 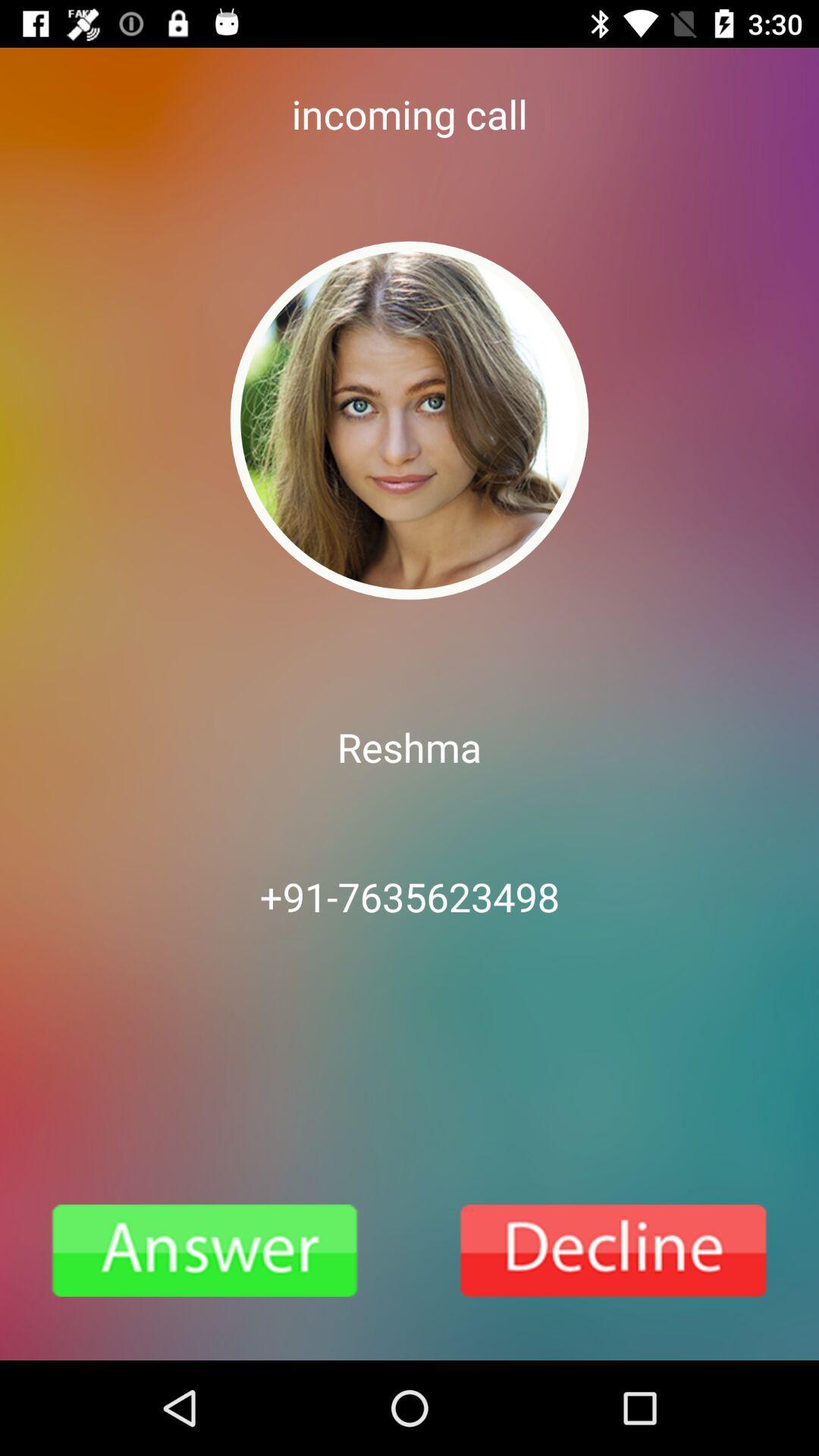 I want to click on icon below +91-7635623498 icon, so click(x=614, y=1250).